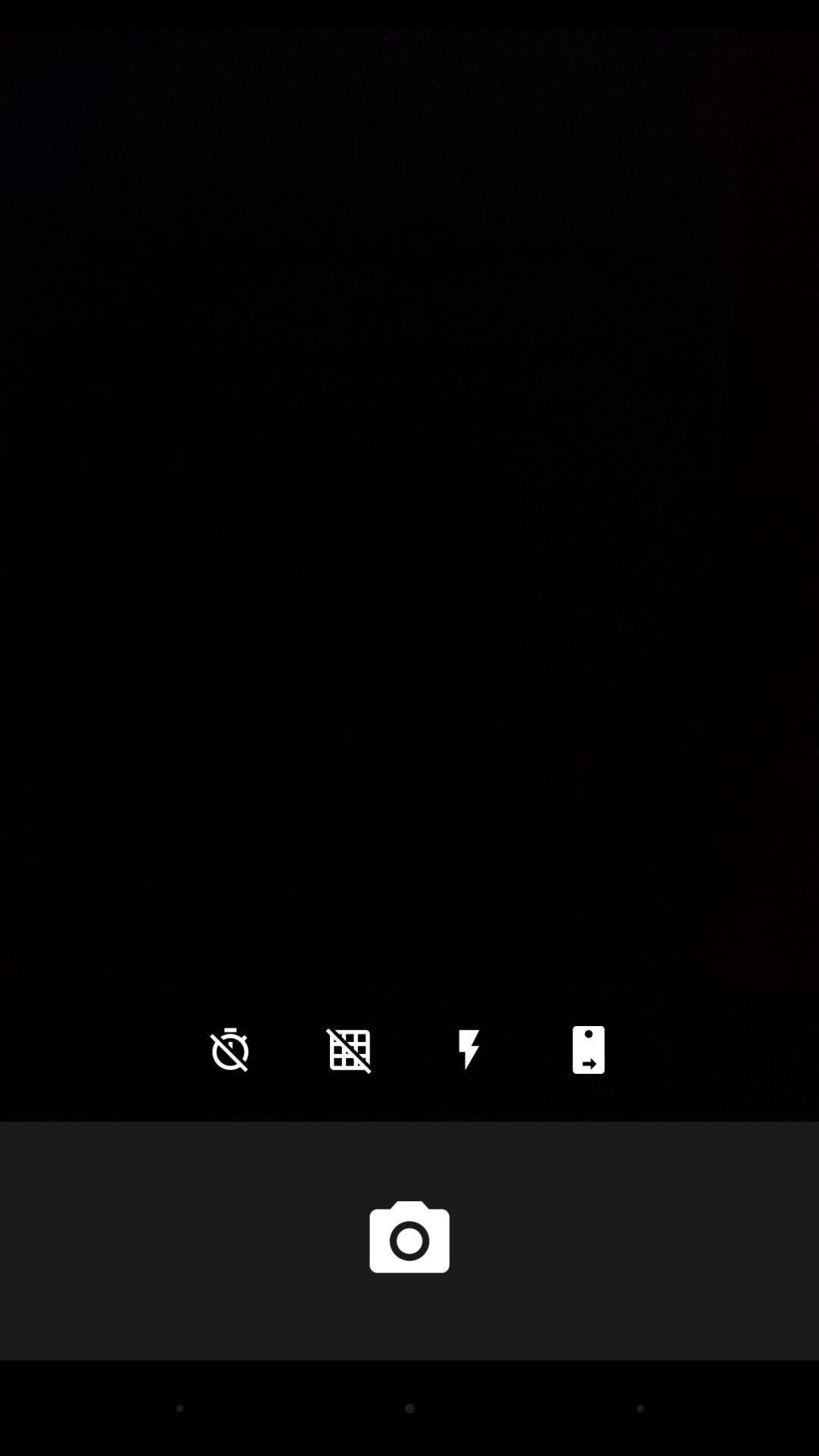 The height and width of the screenshot is (1456, 819). What do you see at coordinates (230, 1049) in the screenshot?
I see `icon at the bottom left corner` at bounding box center [230, 1049].